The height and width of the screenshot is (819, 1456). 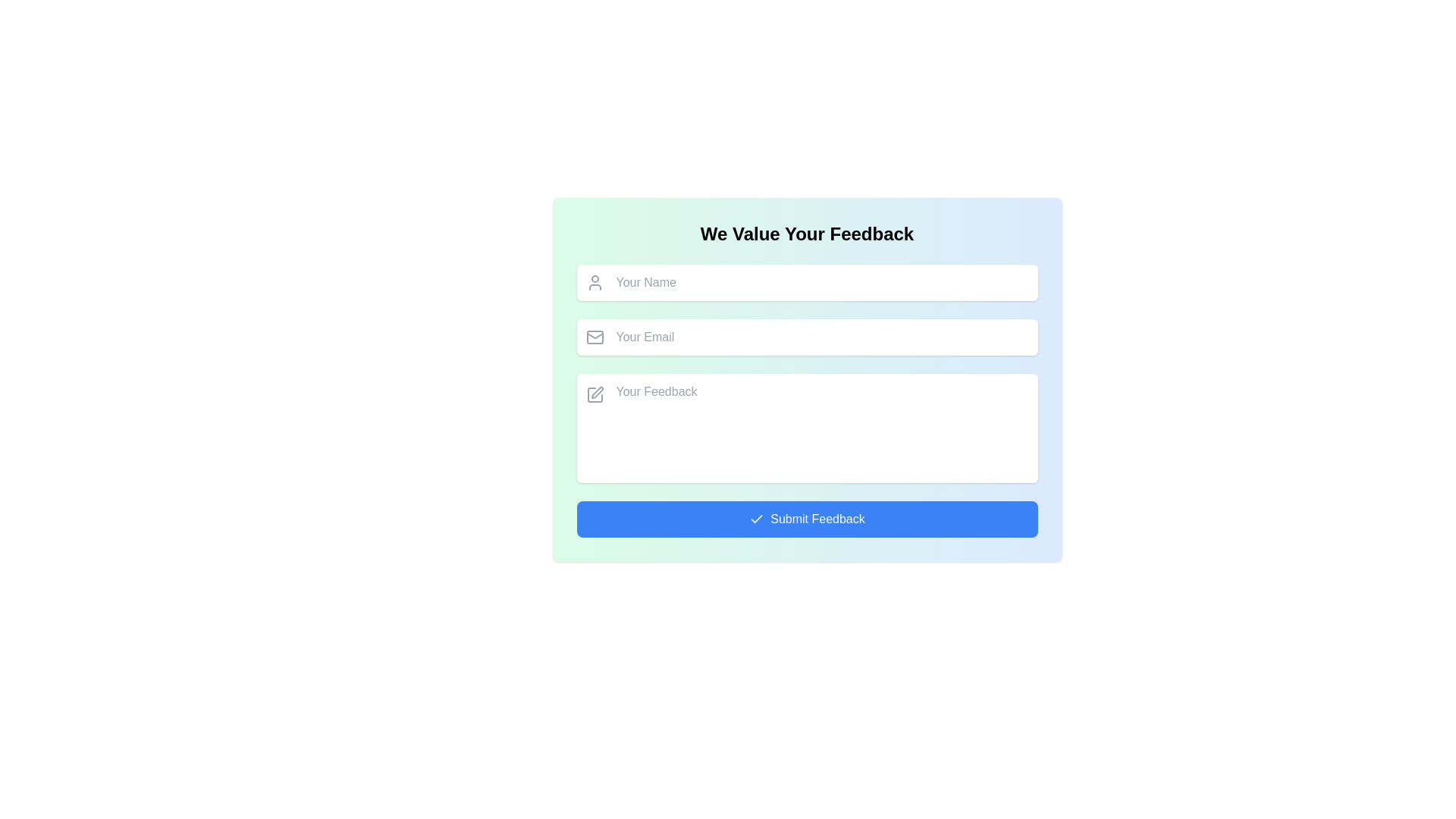 I want to click on the pen icon located within the 'Your Feedback' input field in the feedback form, which is styled in grayscale and has a squarish outline, so click(x=596, y=391).